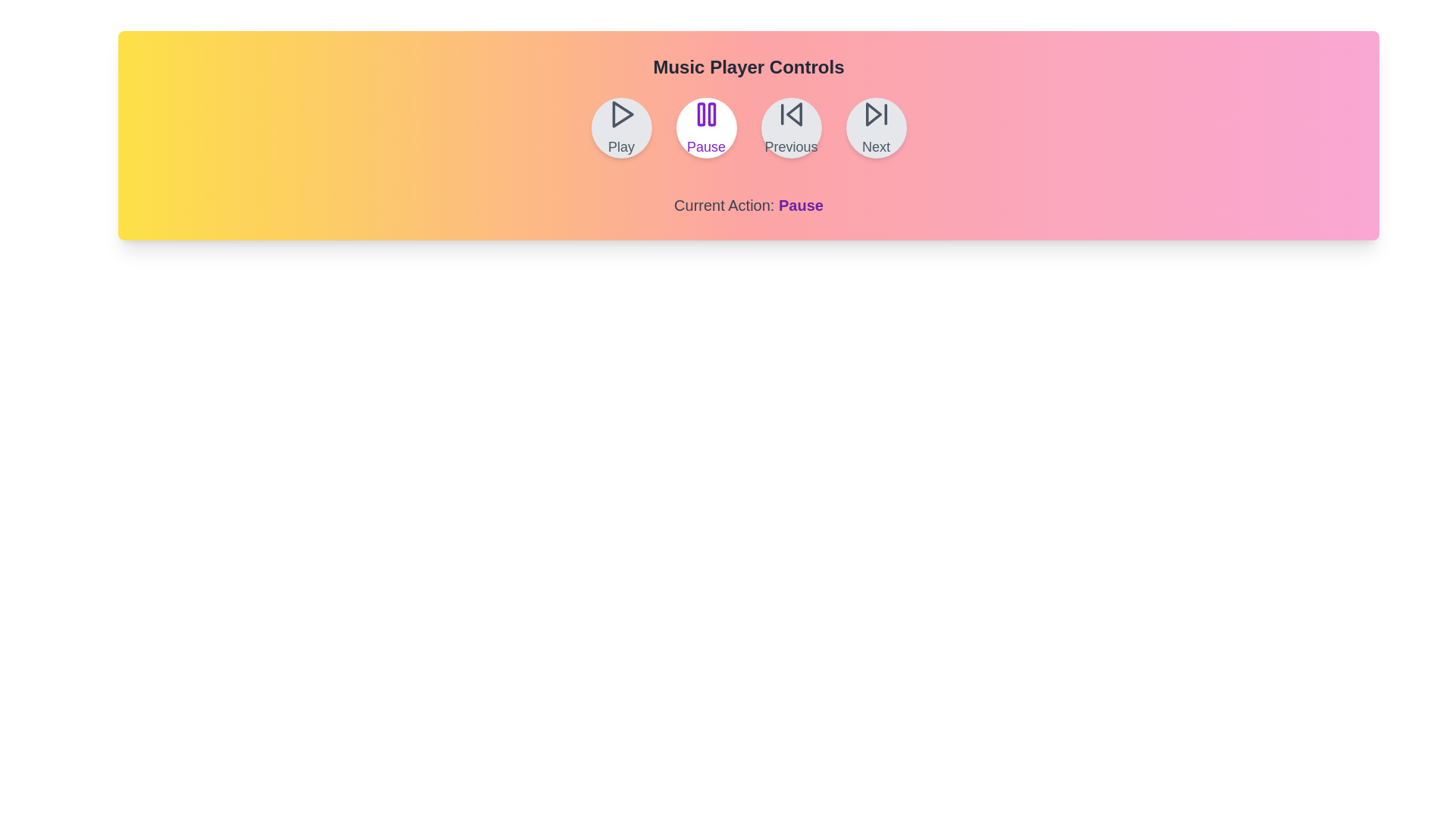 The width and height of the screenshot is (1456, 819). What do you see at coordinates (790, 127) in the screenshot?
I see `the Previous button to observe its hover effect` at bounding box center [790, 127].